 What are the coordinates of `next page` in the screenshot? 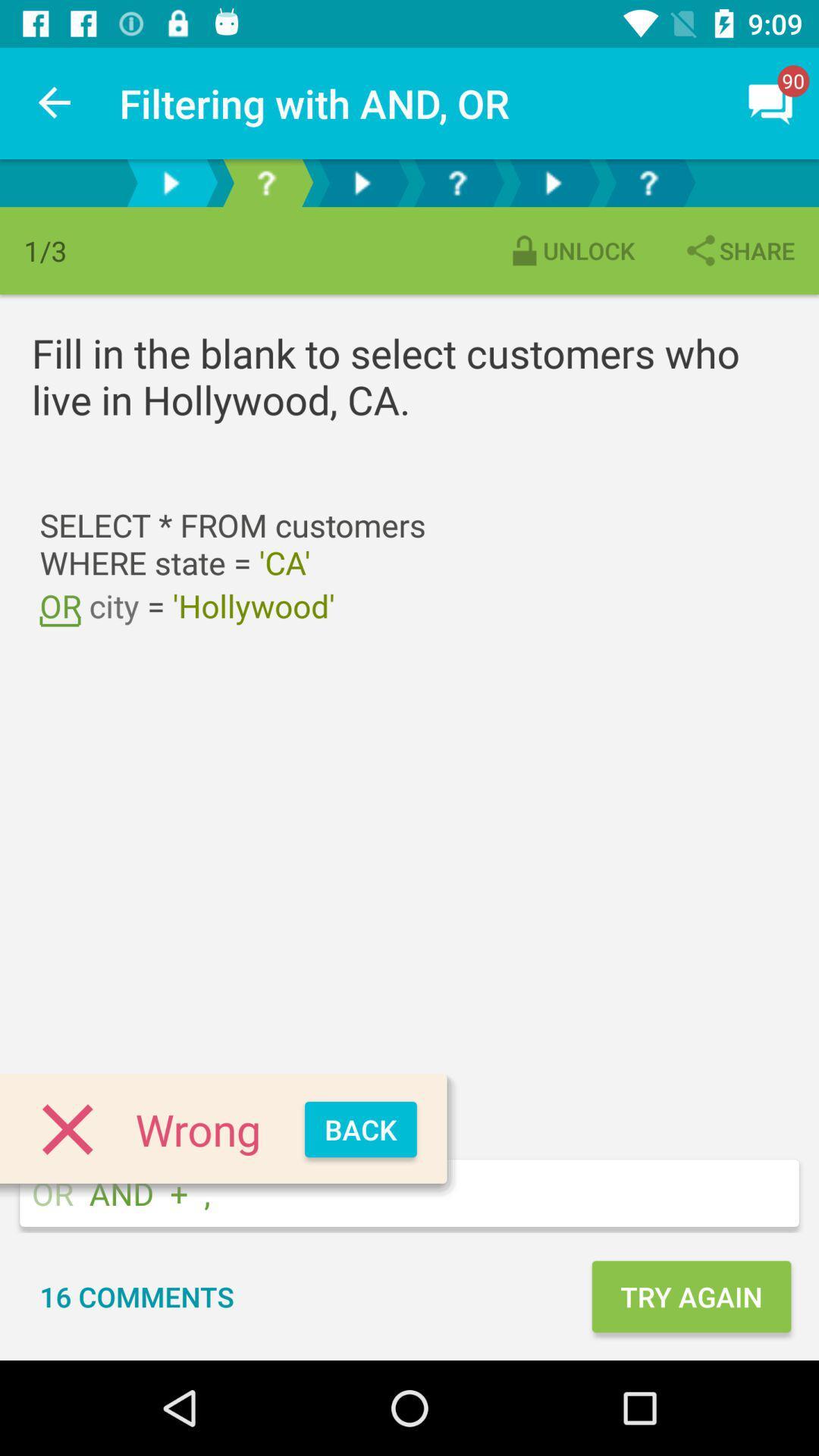 It's located at (362, 182).